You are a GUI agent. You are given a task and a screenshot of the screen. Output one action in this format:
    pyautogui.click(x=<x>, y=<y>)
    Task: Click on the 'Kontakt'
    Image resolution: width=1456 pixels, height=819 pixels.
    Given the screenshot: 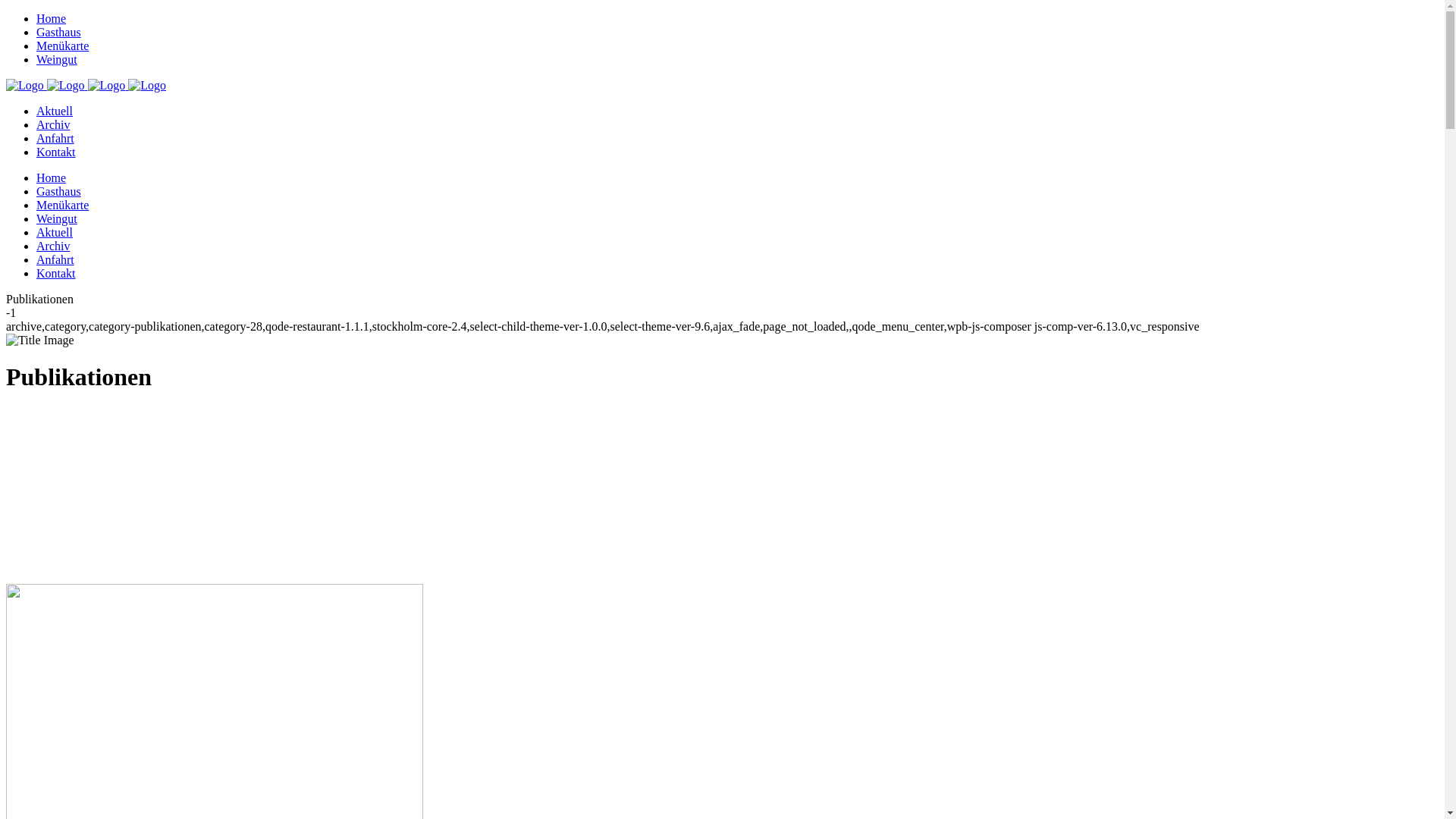 What is the action you would take?
    pyautogui.click(x=55, y=152)
    